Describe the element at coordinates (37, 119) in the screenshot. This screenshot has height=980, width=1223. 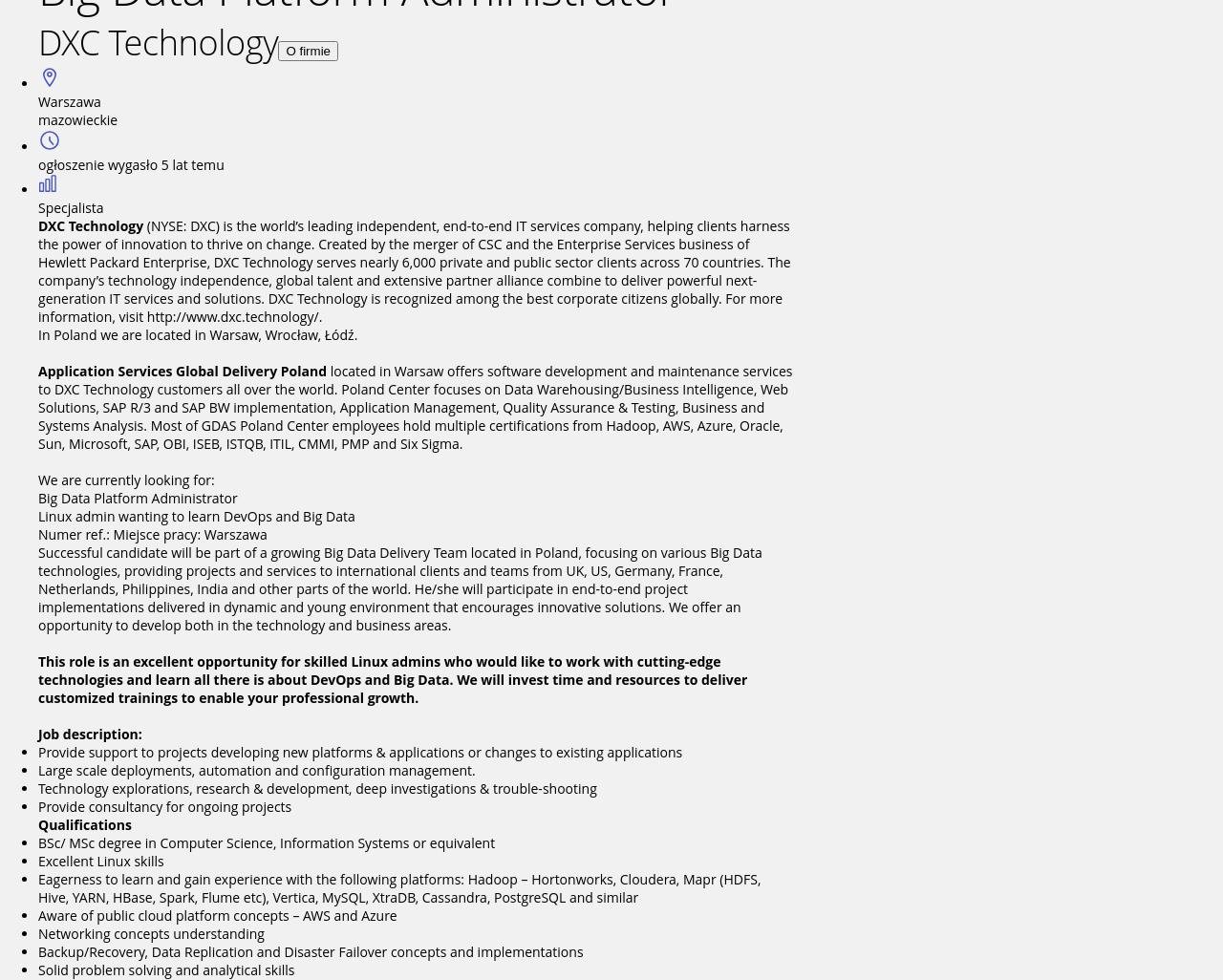
I see `'mazowieckie'` at that location.